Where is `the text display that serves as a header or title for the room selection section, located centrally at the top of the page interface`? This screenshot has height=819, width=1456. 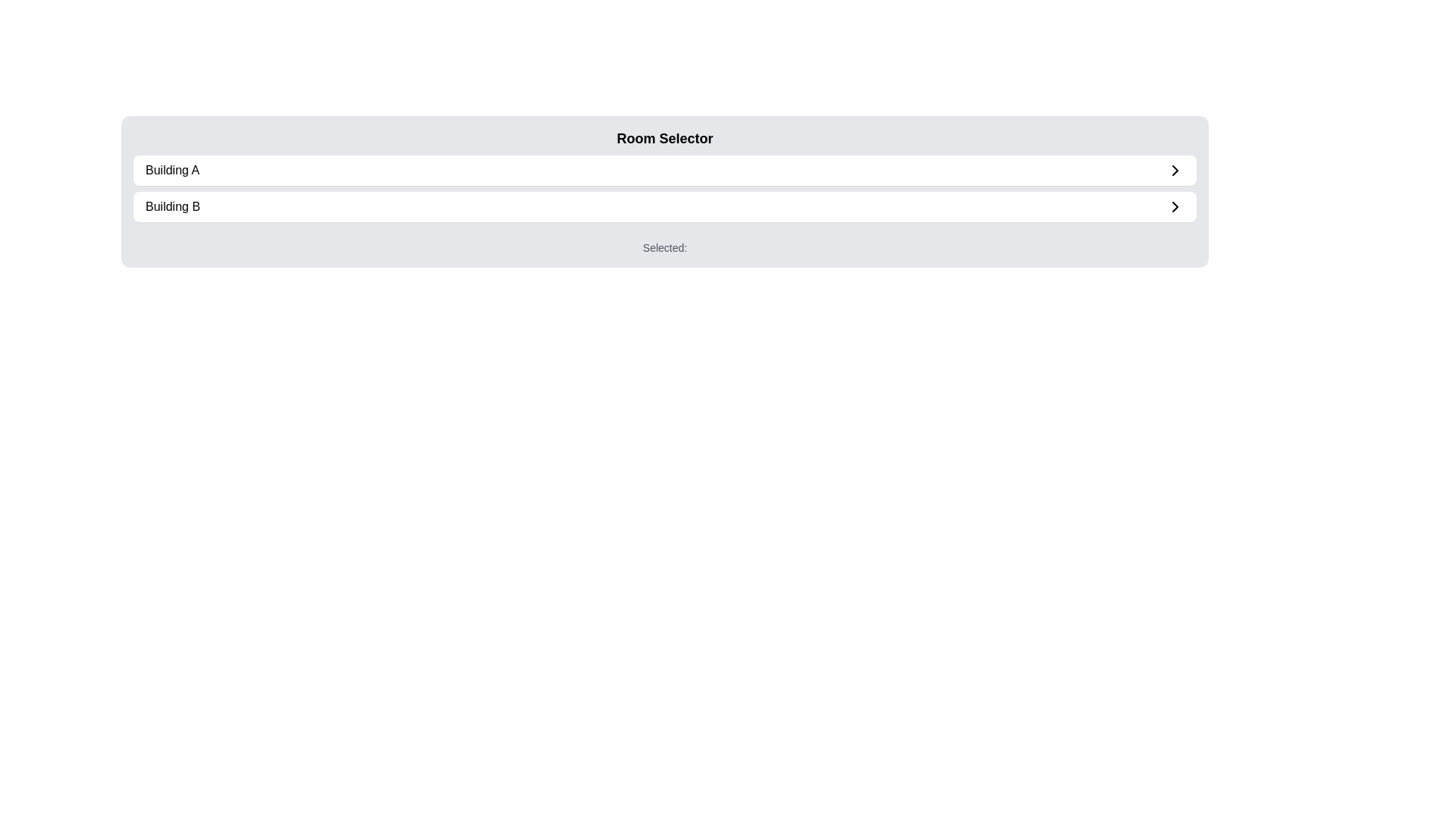 the text display that serves as a header or title for the room selection section, located centrally at the top of the page interface is located at coordinates (665, 138).